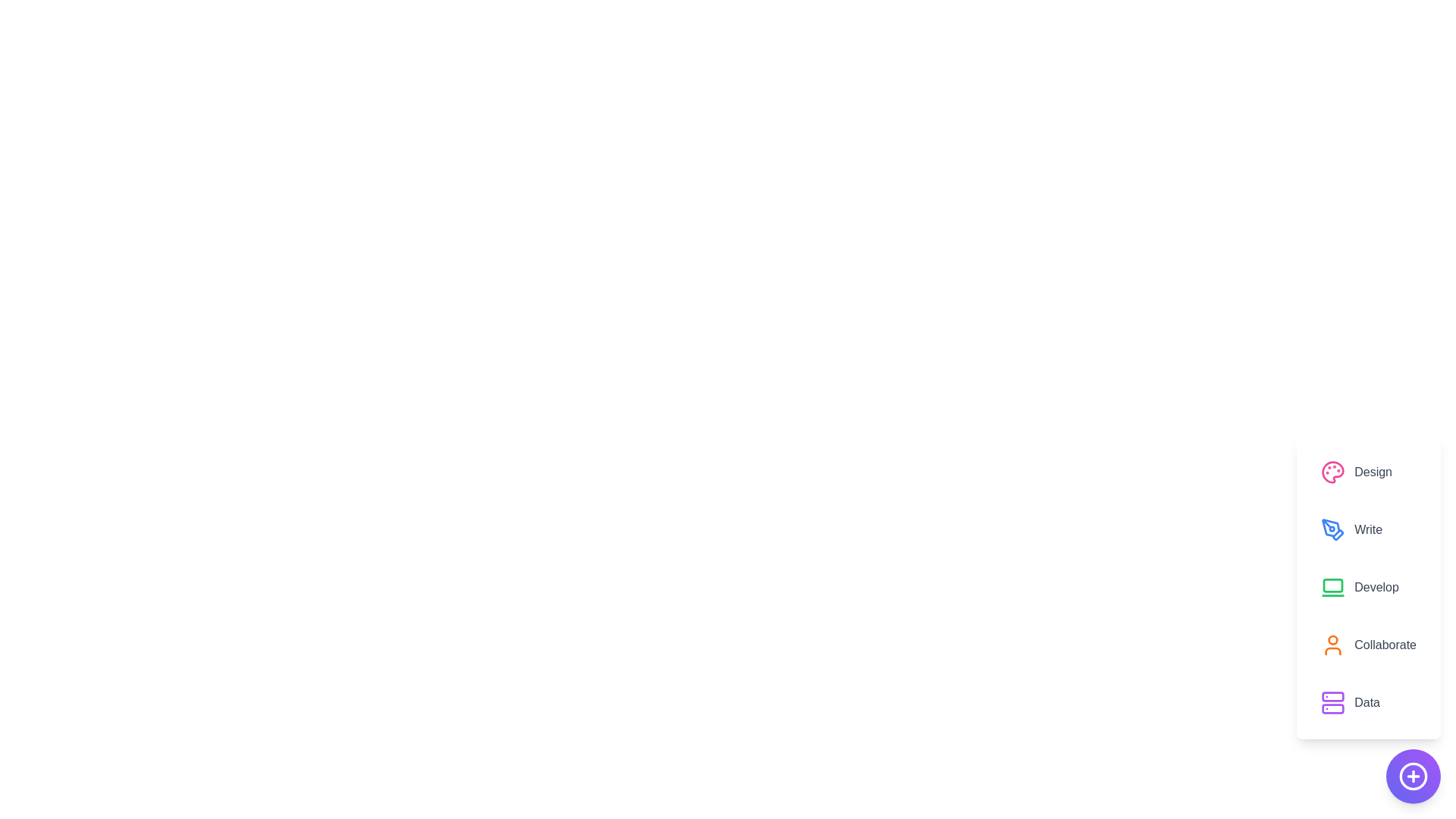  Describe the element at coordinates (1332, 702) in the screenshot. I see `the icon corresponding to Data to view additional details` at that location.